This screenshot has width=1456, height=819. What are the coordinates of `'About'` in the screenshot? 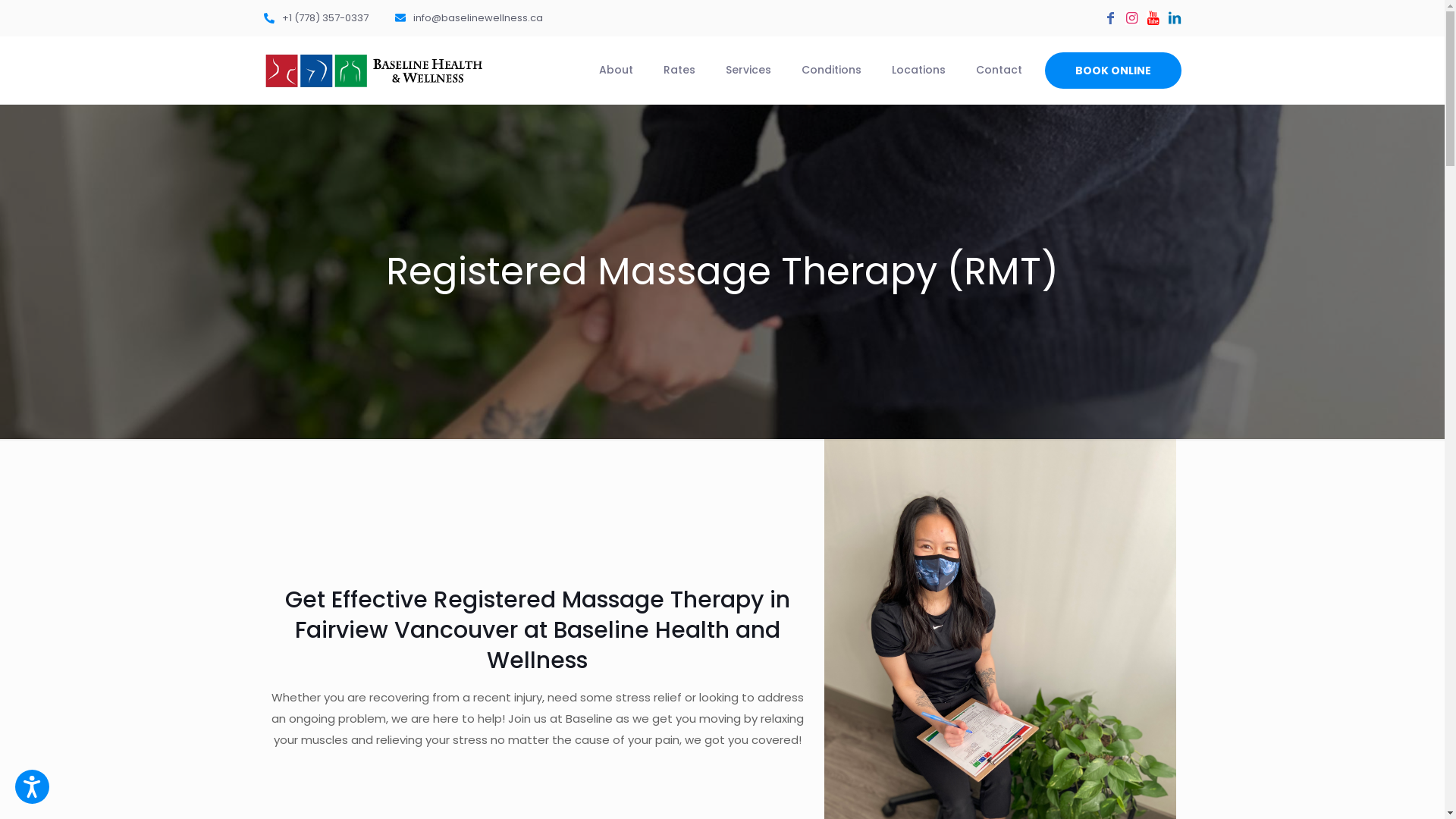 It's located at (616, 70).